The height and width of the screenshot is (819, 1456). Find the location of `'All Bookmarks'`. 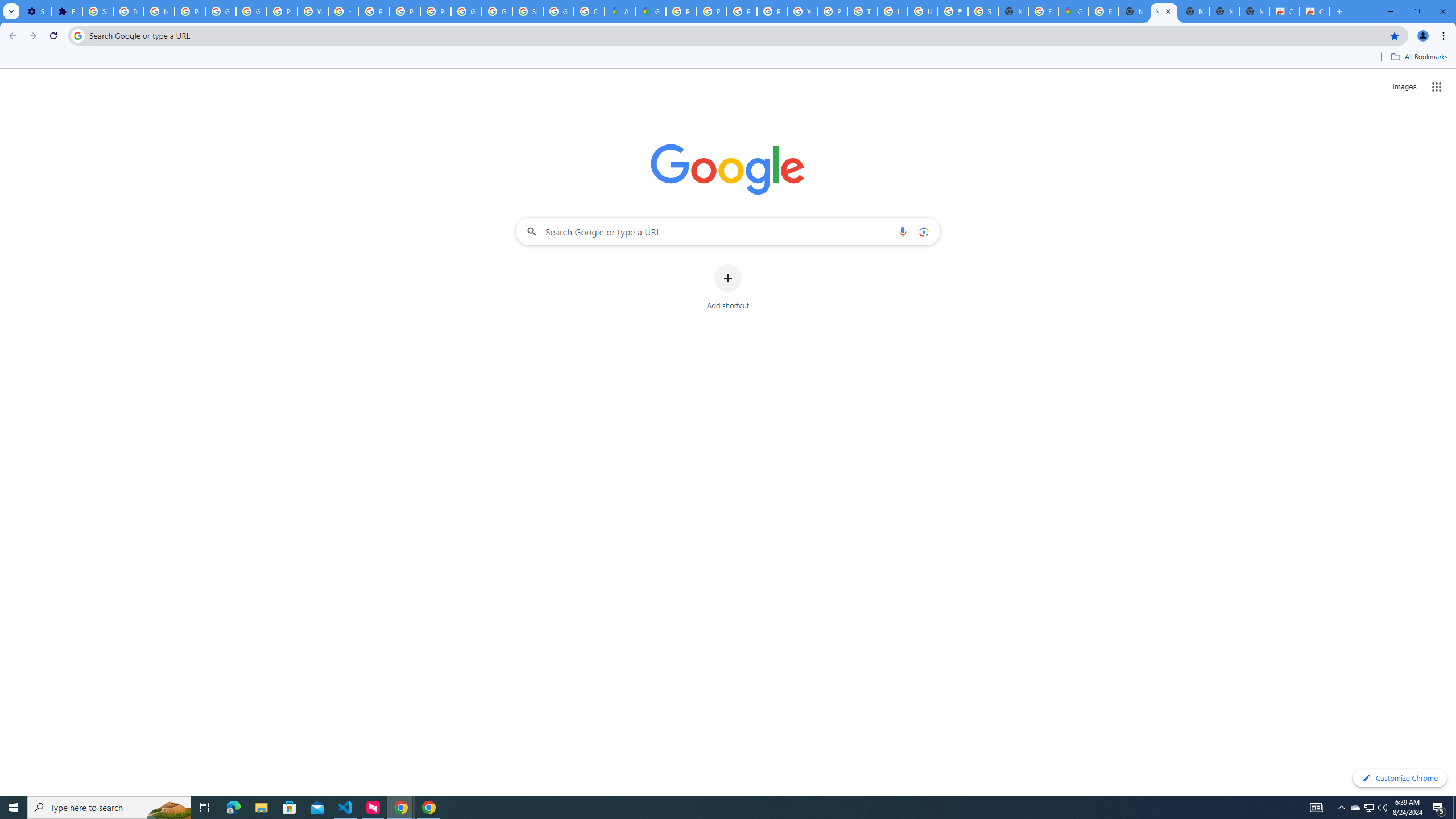

'All Bookmarks' is located at coordinates (1418, 56).